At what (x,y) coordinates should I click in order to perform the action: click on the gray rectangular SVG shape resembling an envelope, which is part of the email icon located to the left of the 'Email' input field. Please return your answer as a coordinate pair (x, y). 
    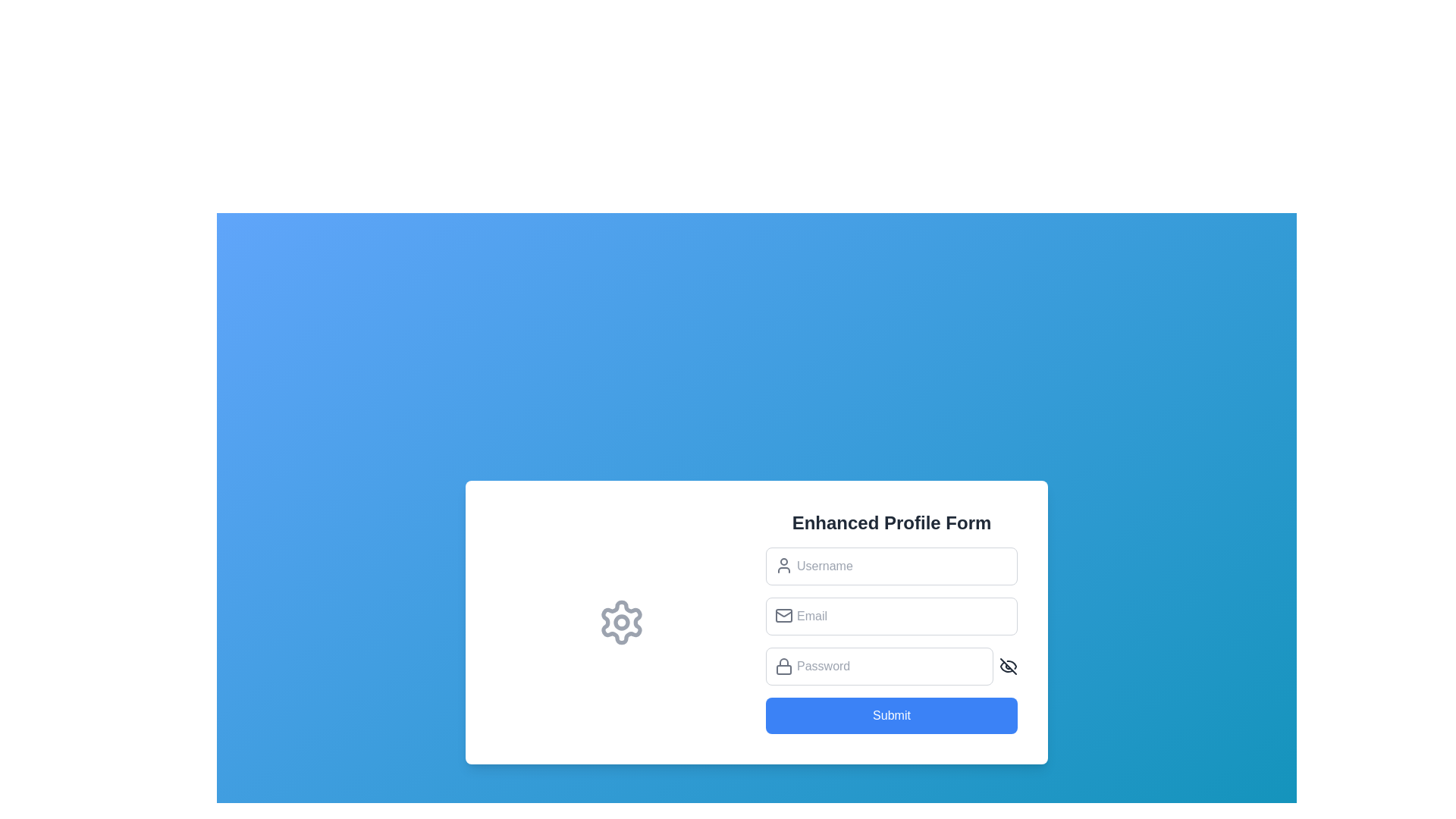
    Looking at the image, I should click on (783, 616).